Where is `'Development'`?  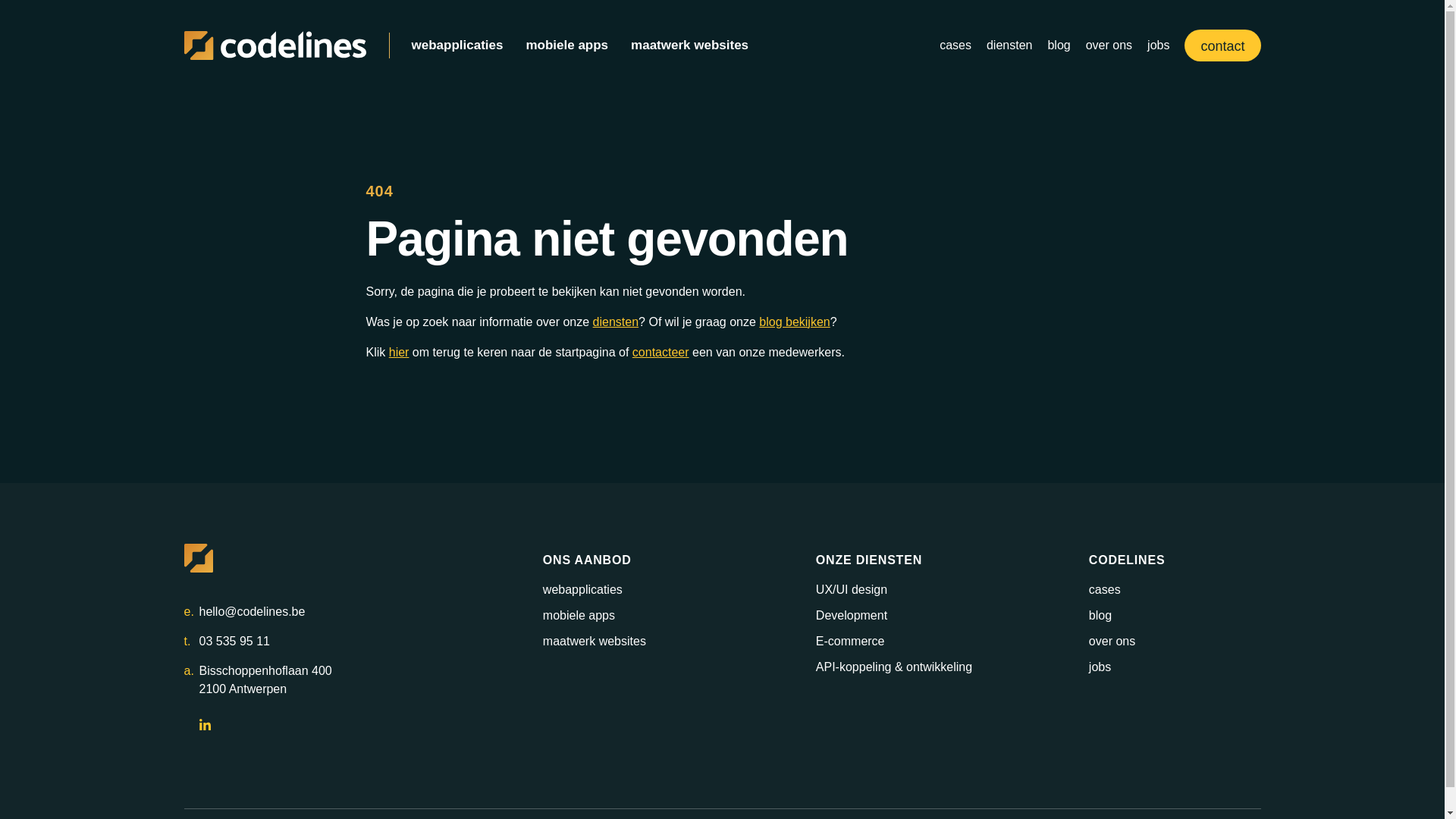
'Development' is located at coordinates (852, 615).